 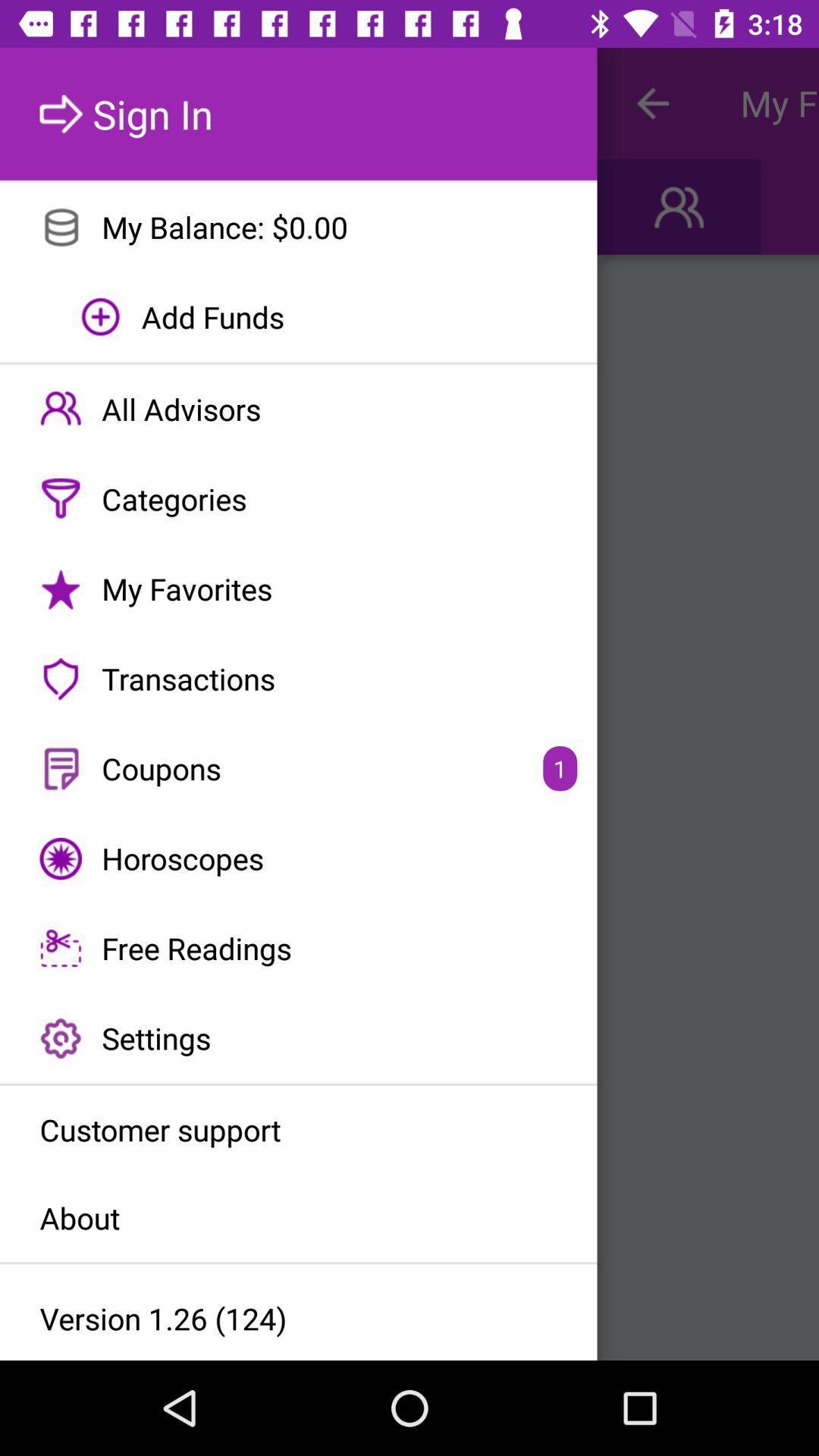 I want to click on the add funds item, so click(x=298, y=316).